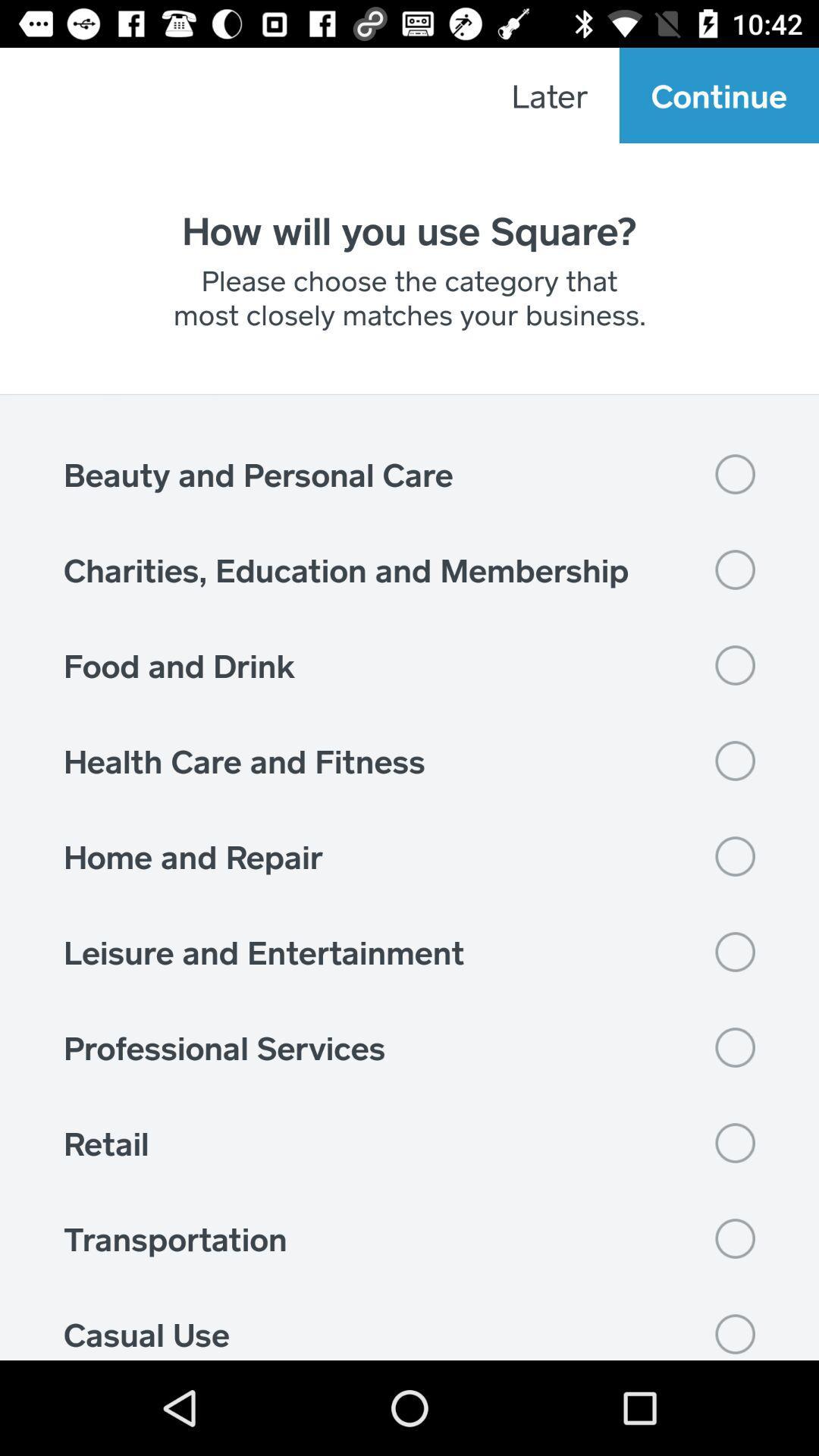 The height and width of the screenshot is (1456, 819). Describe the element at coordinates (409, 665) in the screenshot. I see `icon below charities education and icon` at that location.